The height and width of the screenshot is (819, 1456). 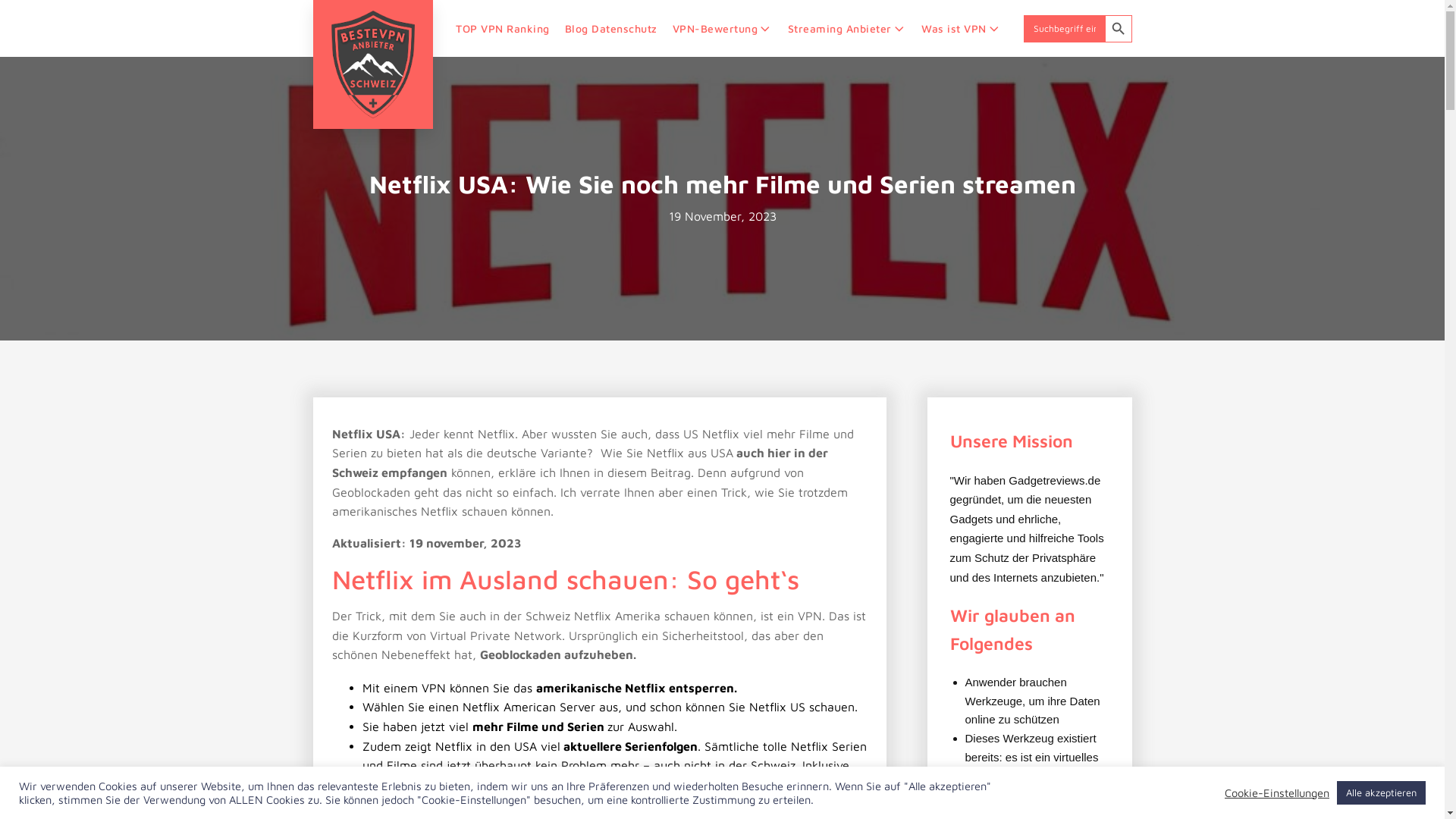 What do you see at coordinates (722, 29) in the screenshot?
I see `'VPN-Bewertung'` at bounding box center [722, 29].